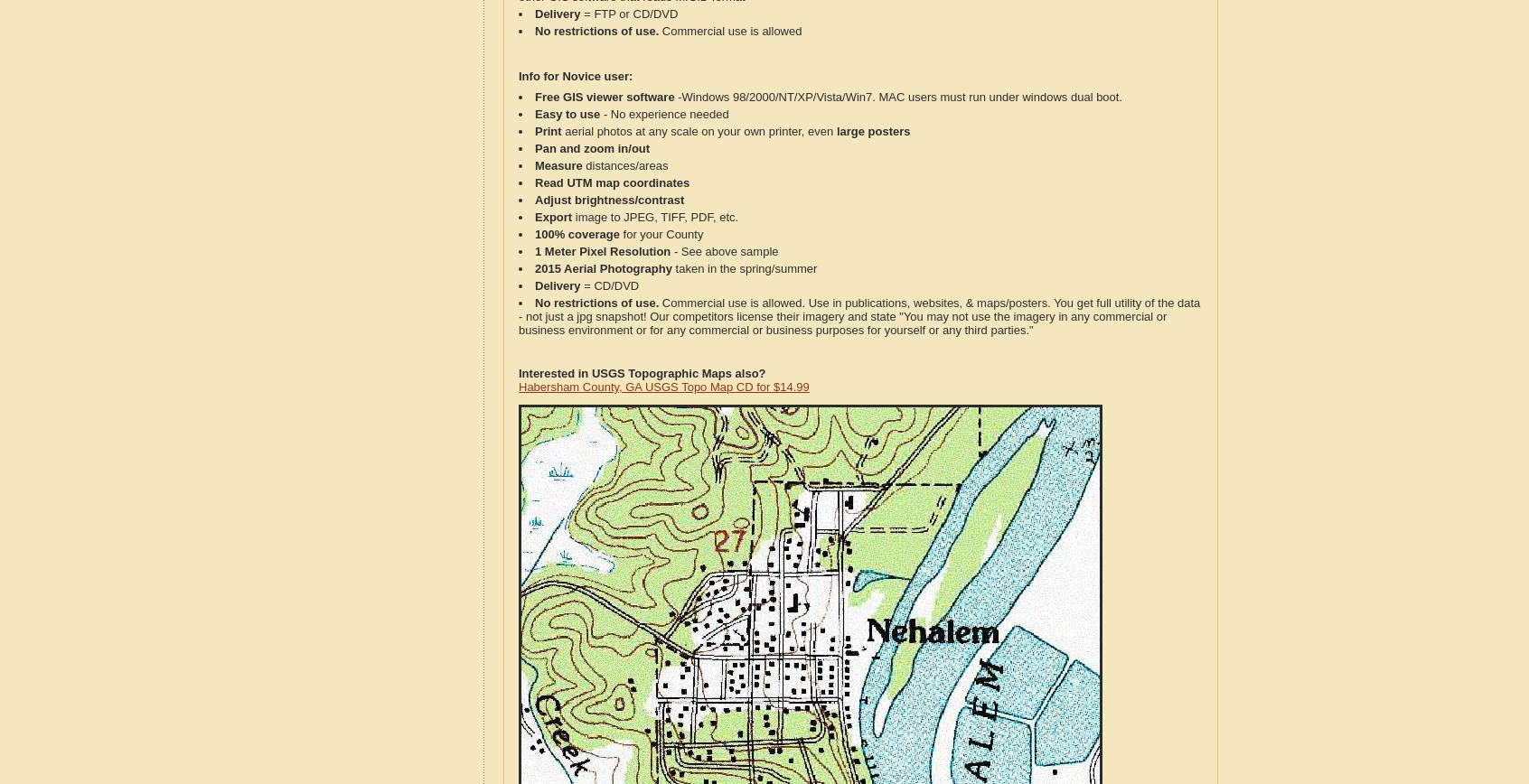 The height and width of the screenshot is (784, 1529). I want to click on 'Adjust brightness/contrast', so click(609, 199).